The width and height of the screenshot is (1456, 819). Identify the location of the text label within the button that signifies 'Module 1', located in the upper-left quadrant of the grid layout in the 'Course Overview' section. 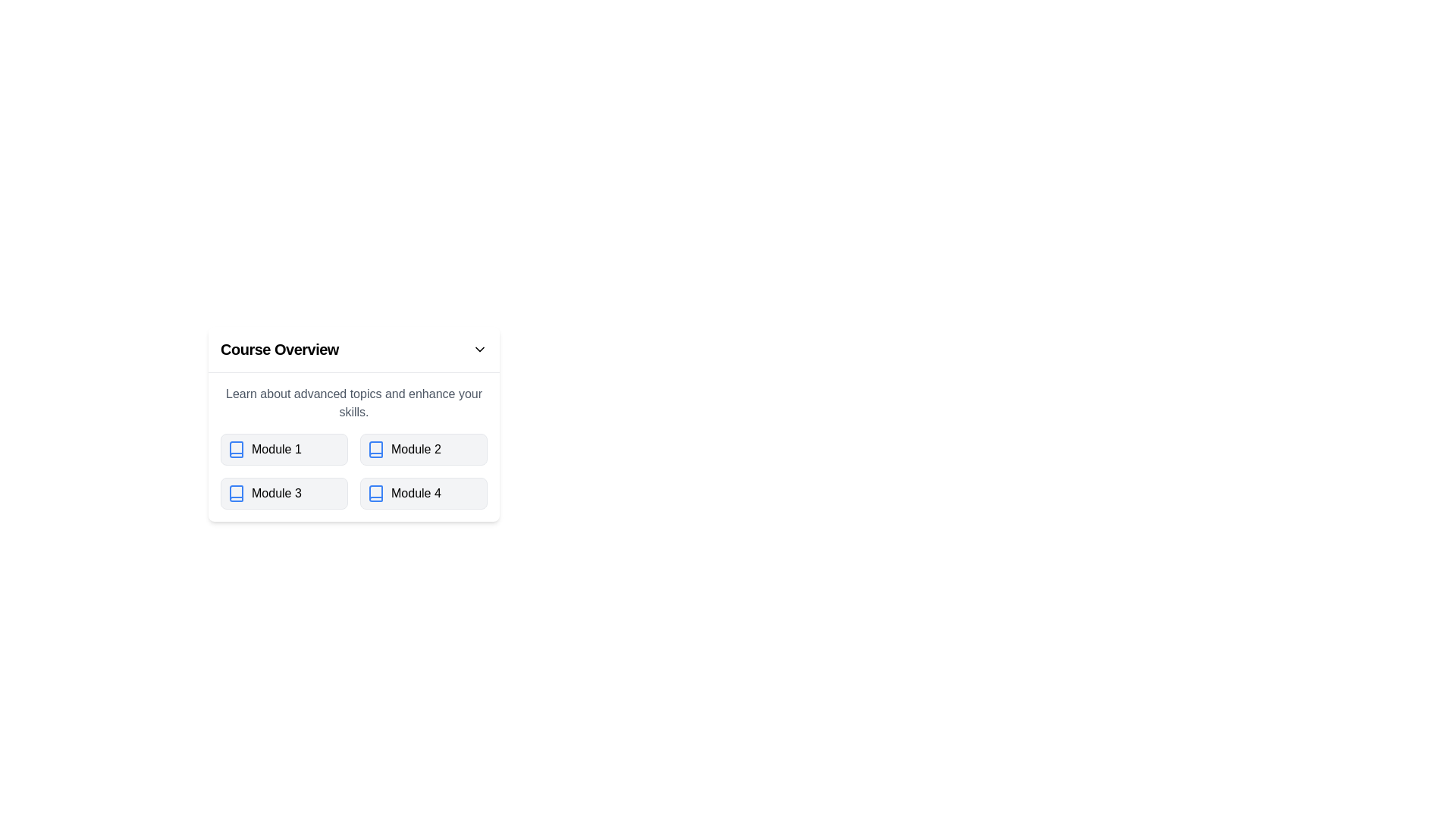
(276, 449).